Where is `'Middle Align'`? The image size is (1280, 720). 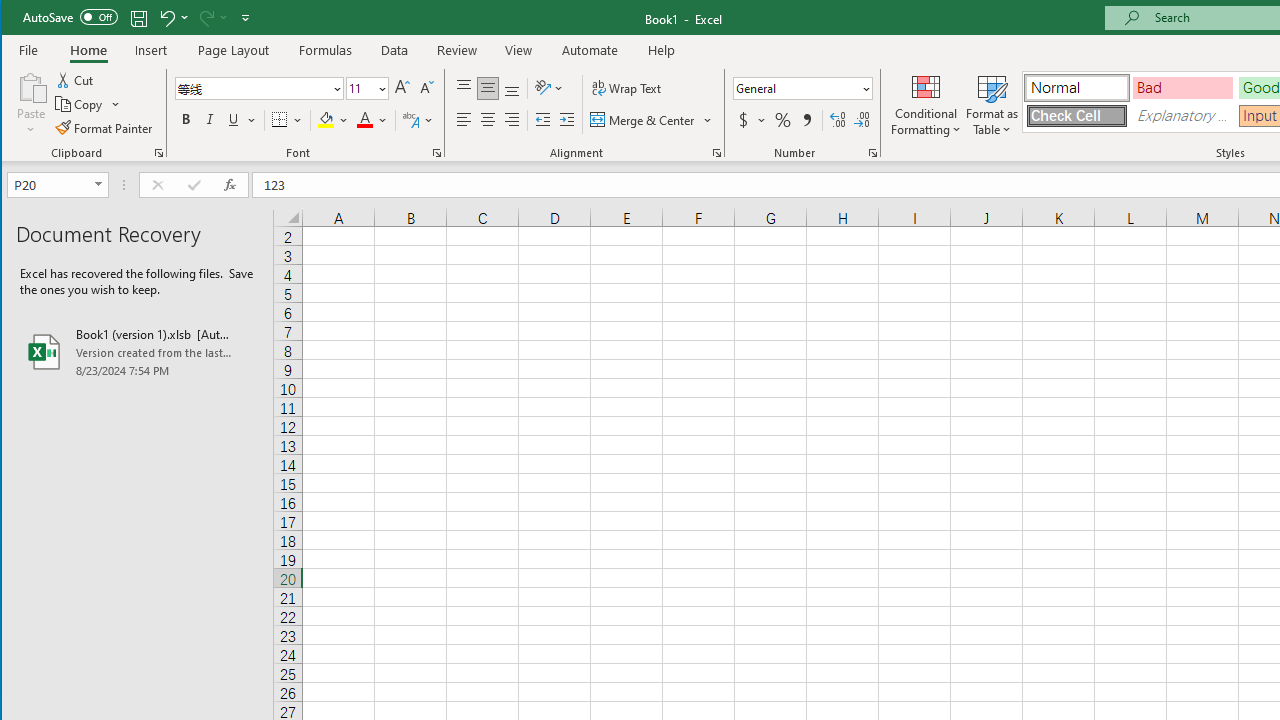
'Middle Align' is located at coordinates (488, 87).